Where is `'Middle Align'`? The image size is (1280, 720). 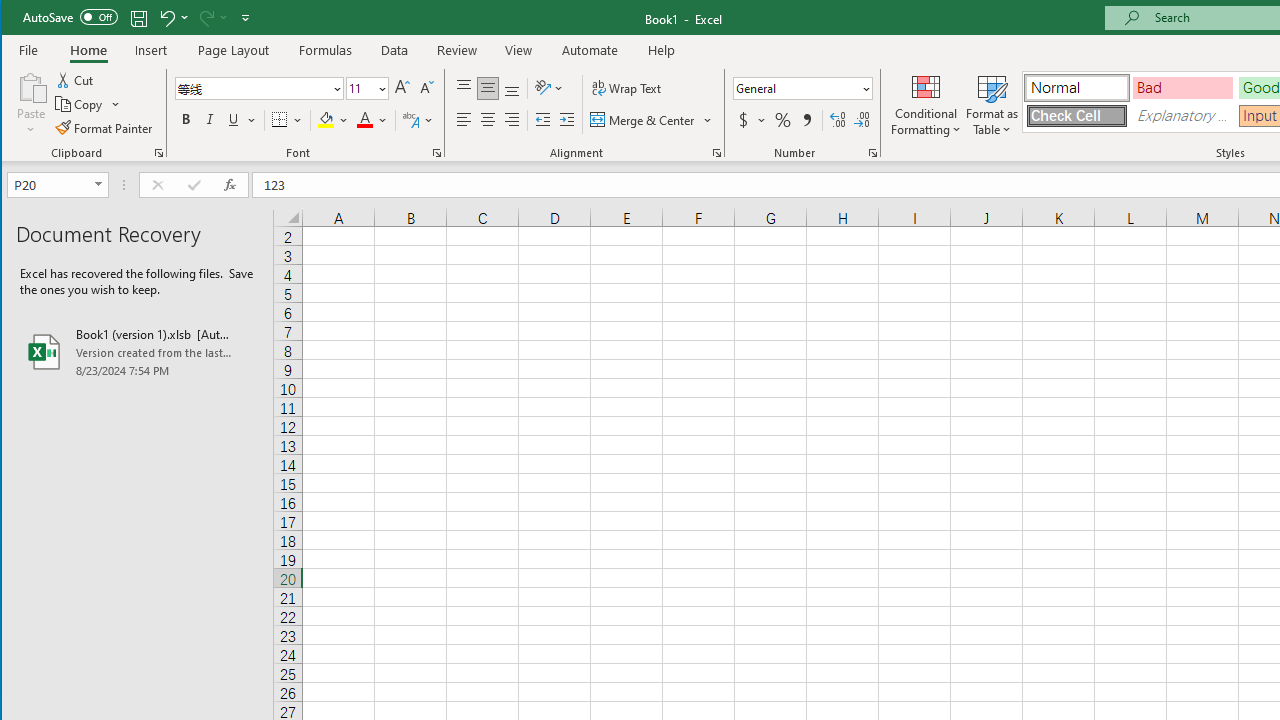
'Middle Align' is located at coordinates (488, 87).